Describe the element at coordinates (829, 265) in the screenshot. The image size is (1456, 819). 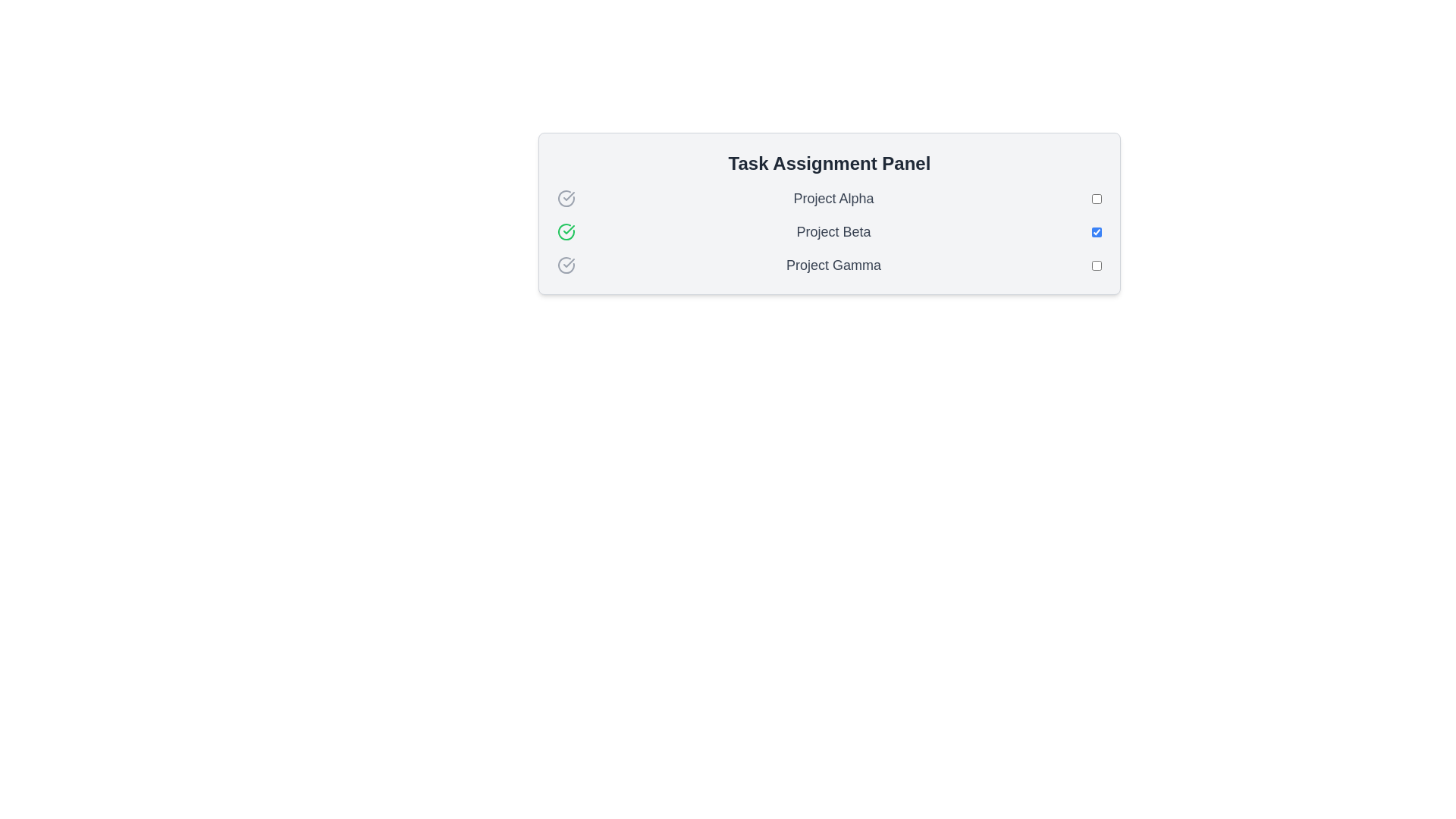
I see `the 'Project Gamma' task list item in the 'Task Assignment Panel'` at that location.